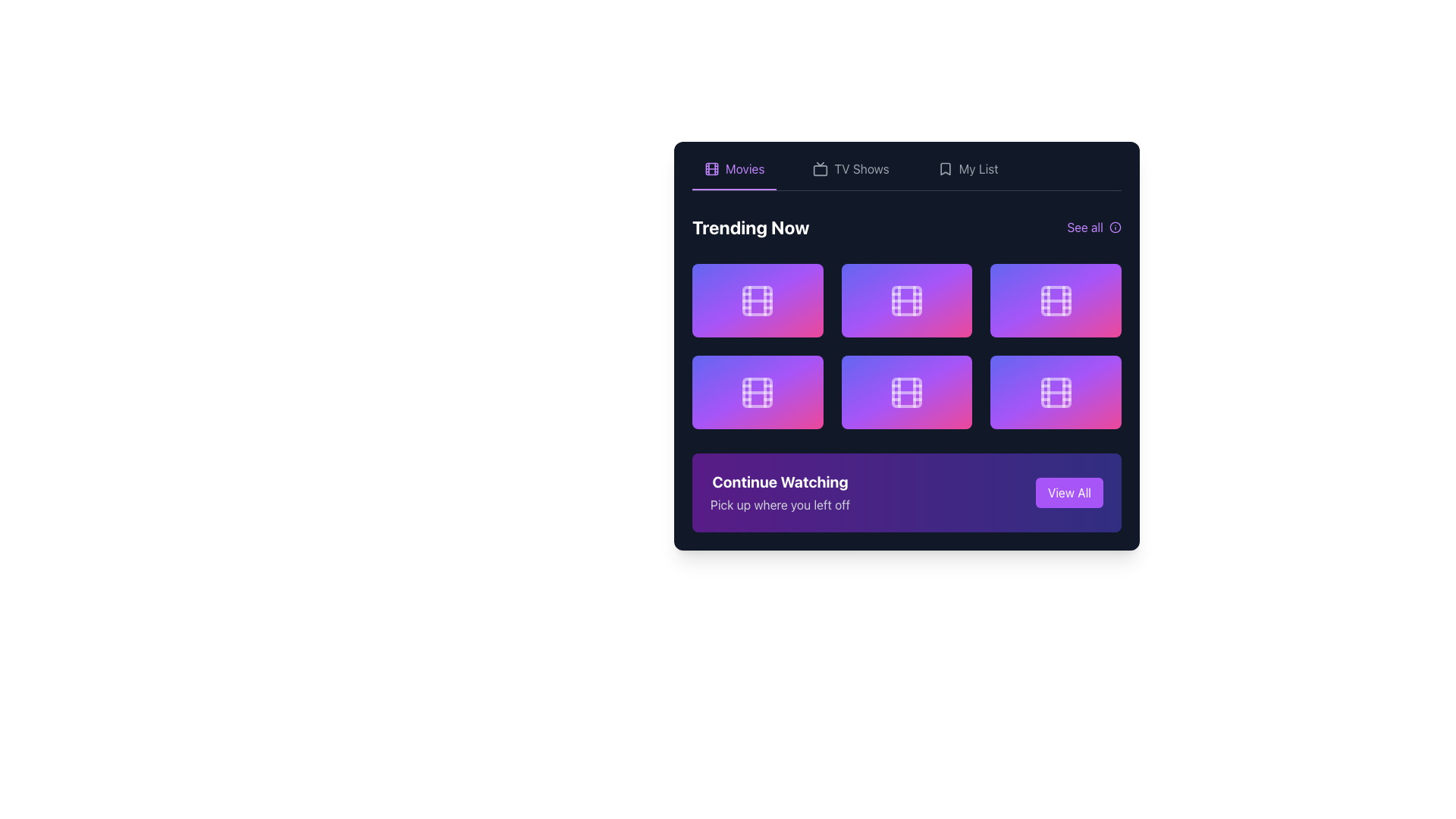 Image resolution: width=1456 pixels, height=819 pixels. Describe the element at coordinates (745, 169) in the screenshot. I see `the 'Movies' text label in the navigation bar` at that location.